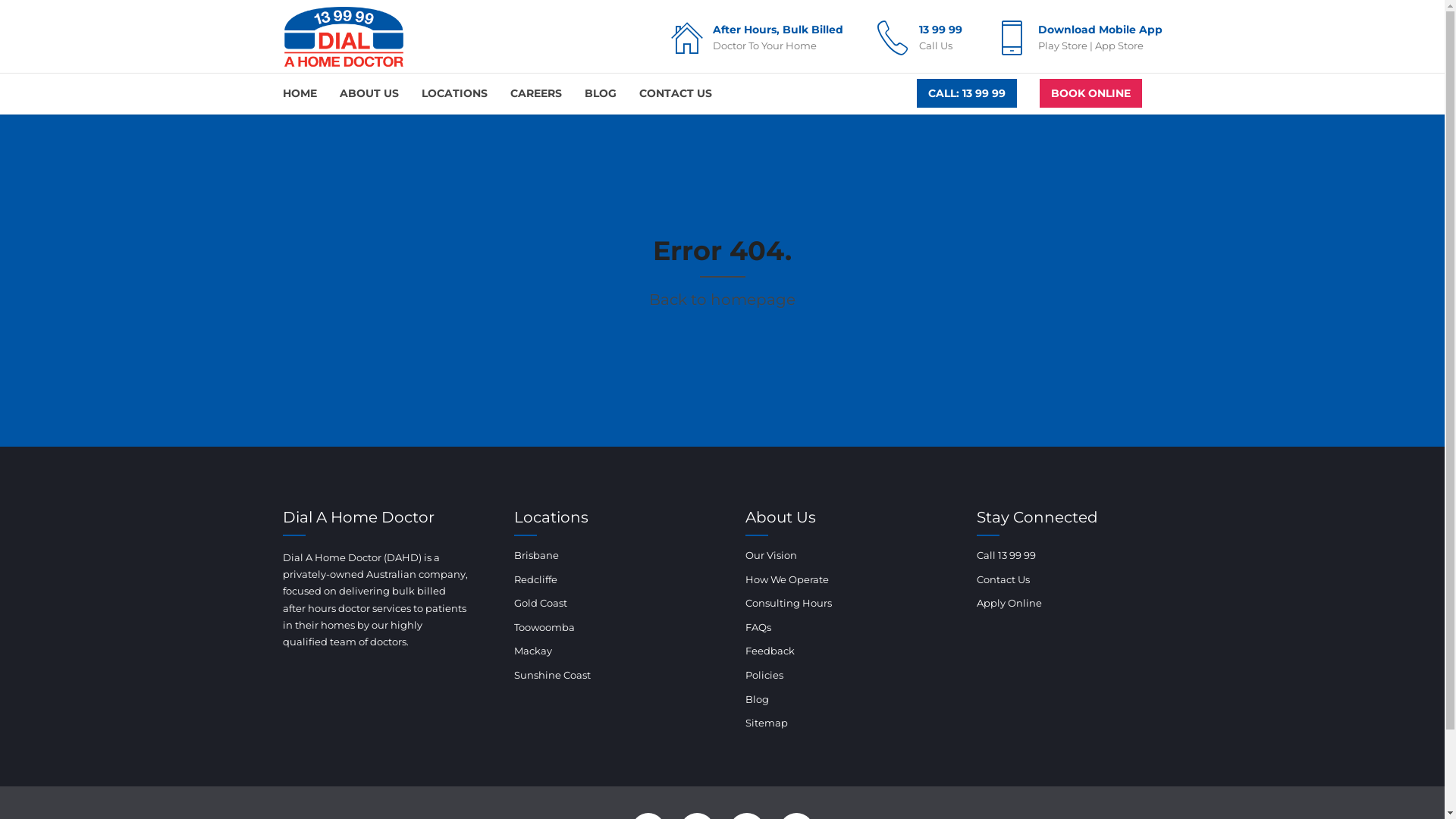 Image resolution: width=1456 pixels, height=819 pixels. I want to click on 'Contact Us', so click(1003, 579).